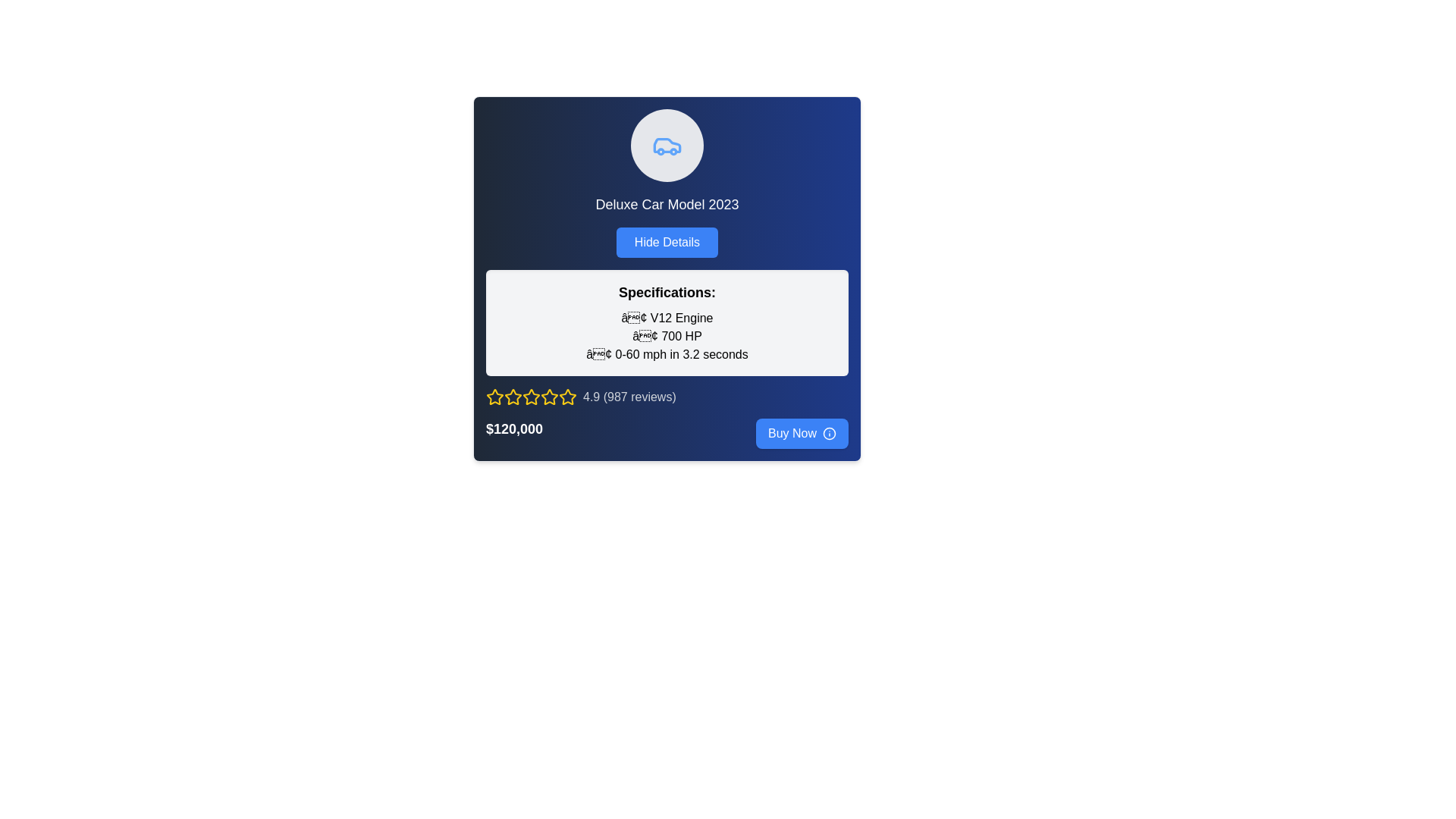 The width and height of the screenshot is (1456, 819). I want to click on the text element displaying '• 0-60 mph in 3.2 seconds', which is the third item in a bulleted list of specifications under the heading 'Specifications', so click(667, 354).